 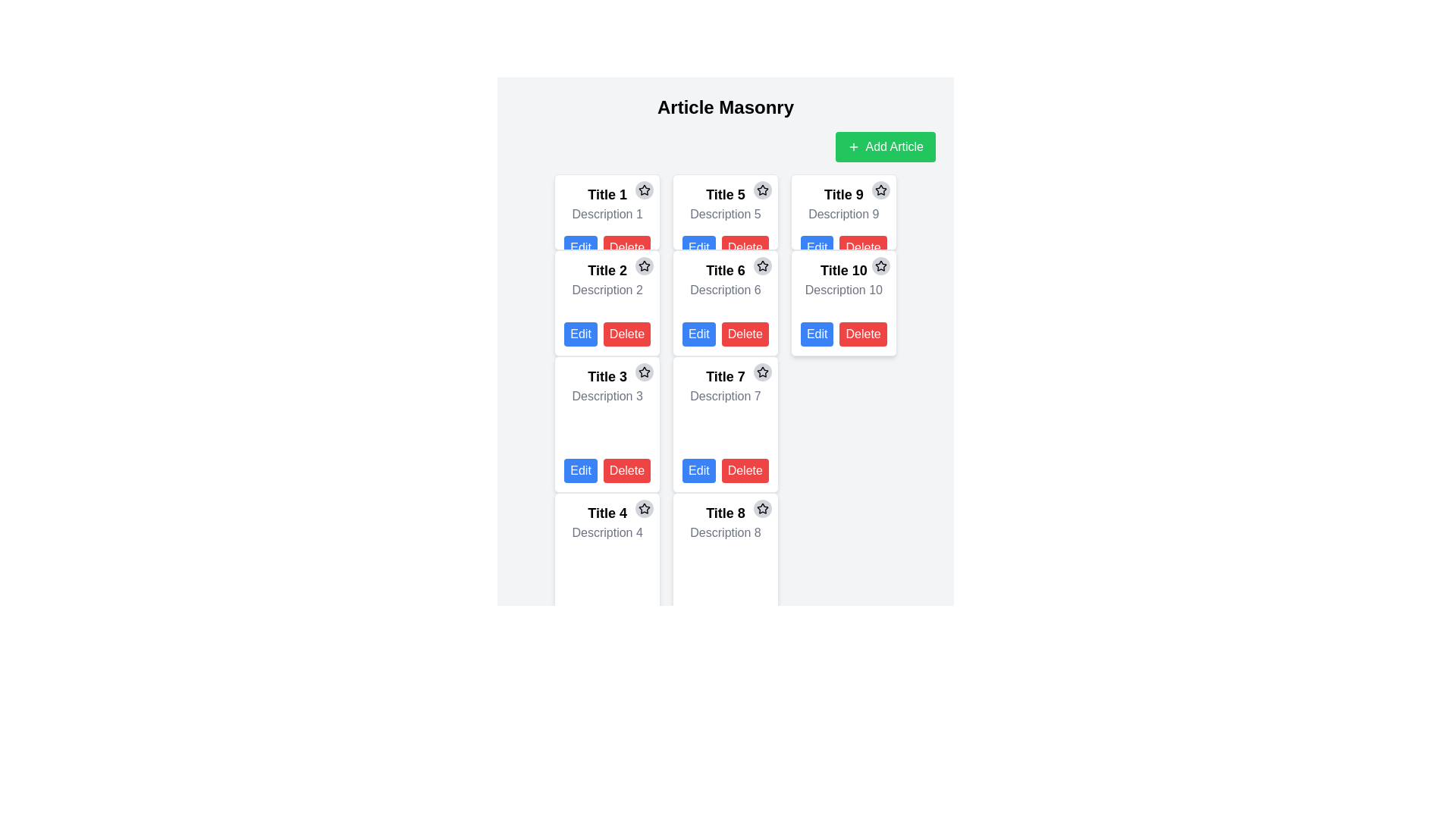 What do you see at coordinates (880, 189) in the screenshot?
I see `the star-shaped icon located at the top-right corner of the 'Title 10' card within the masonry grid` at bounding box center [880, 189].